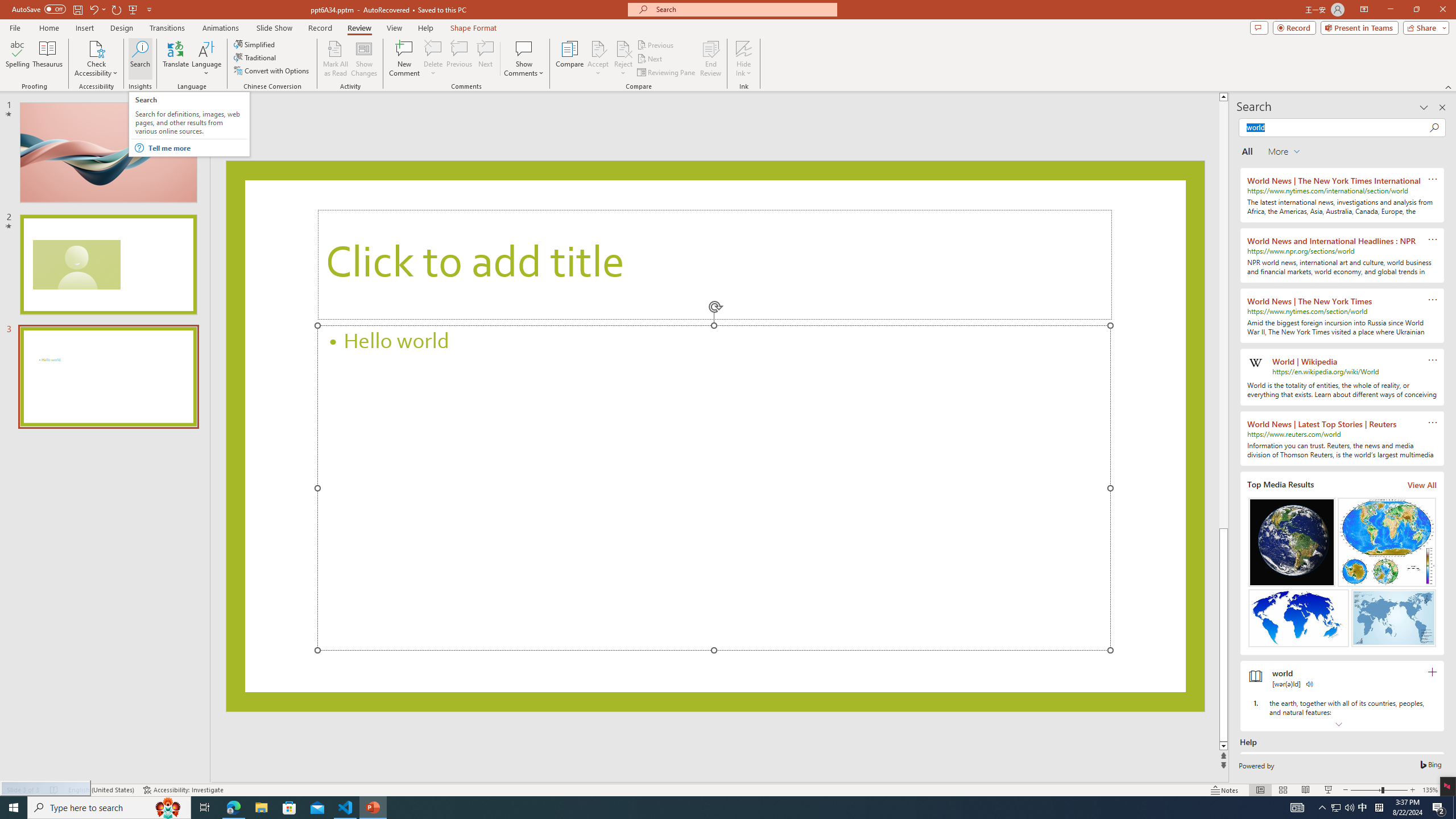 The height and width of the screenshot is (819, 1456). What do you see at coordinates (255, 56) in the screenshot?
I see `'Traditional'` at bounding box center [255, 56].